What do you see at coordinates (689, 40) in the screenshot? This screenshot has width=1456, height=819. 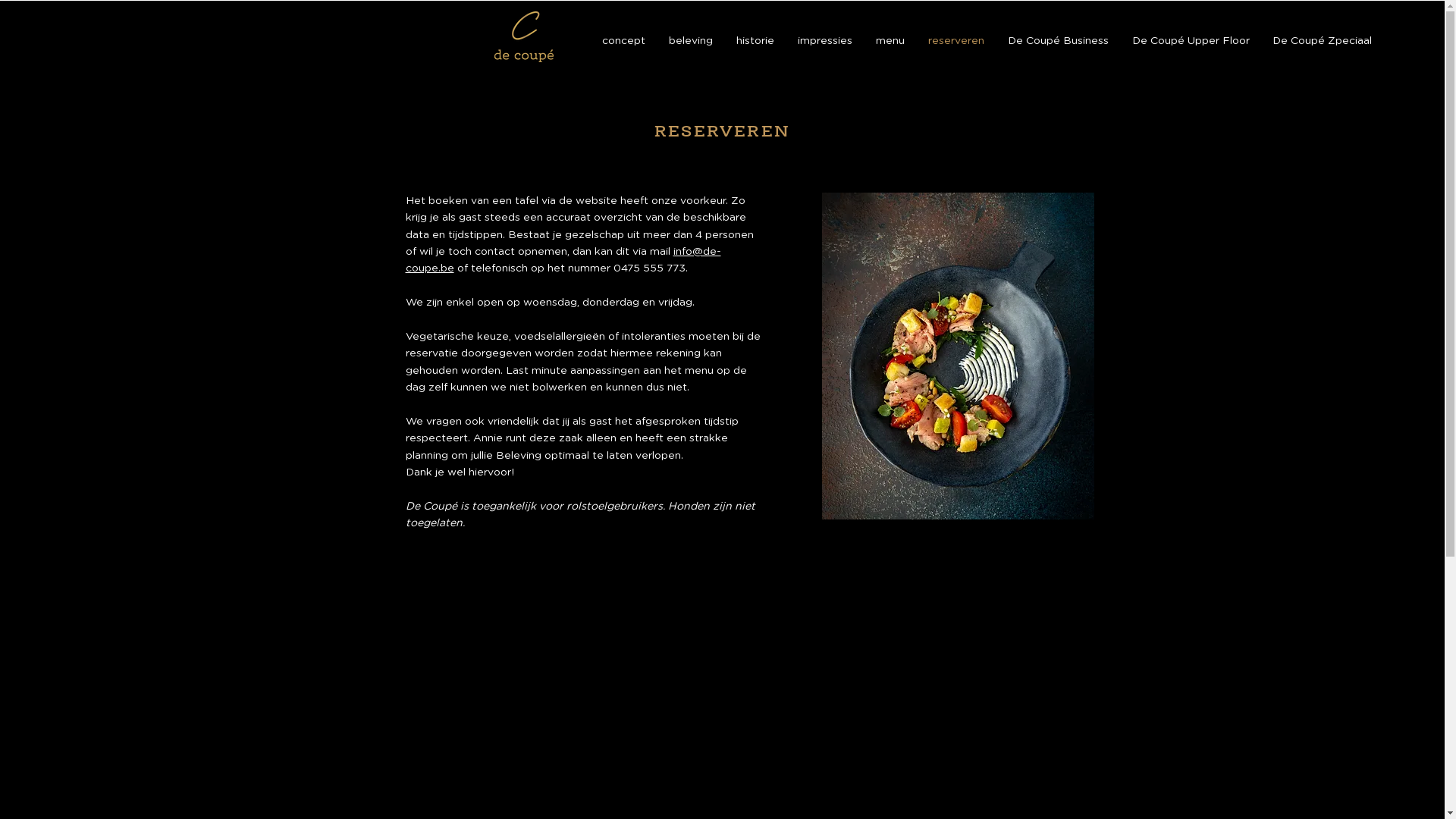 I see `'beleving'` at bounding box center [689, 40].